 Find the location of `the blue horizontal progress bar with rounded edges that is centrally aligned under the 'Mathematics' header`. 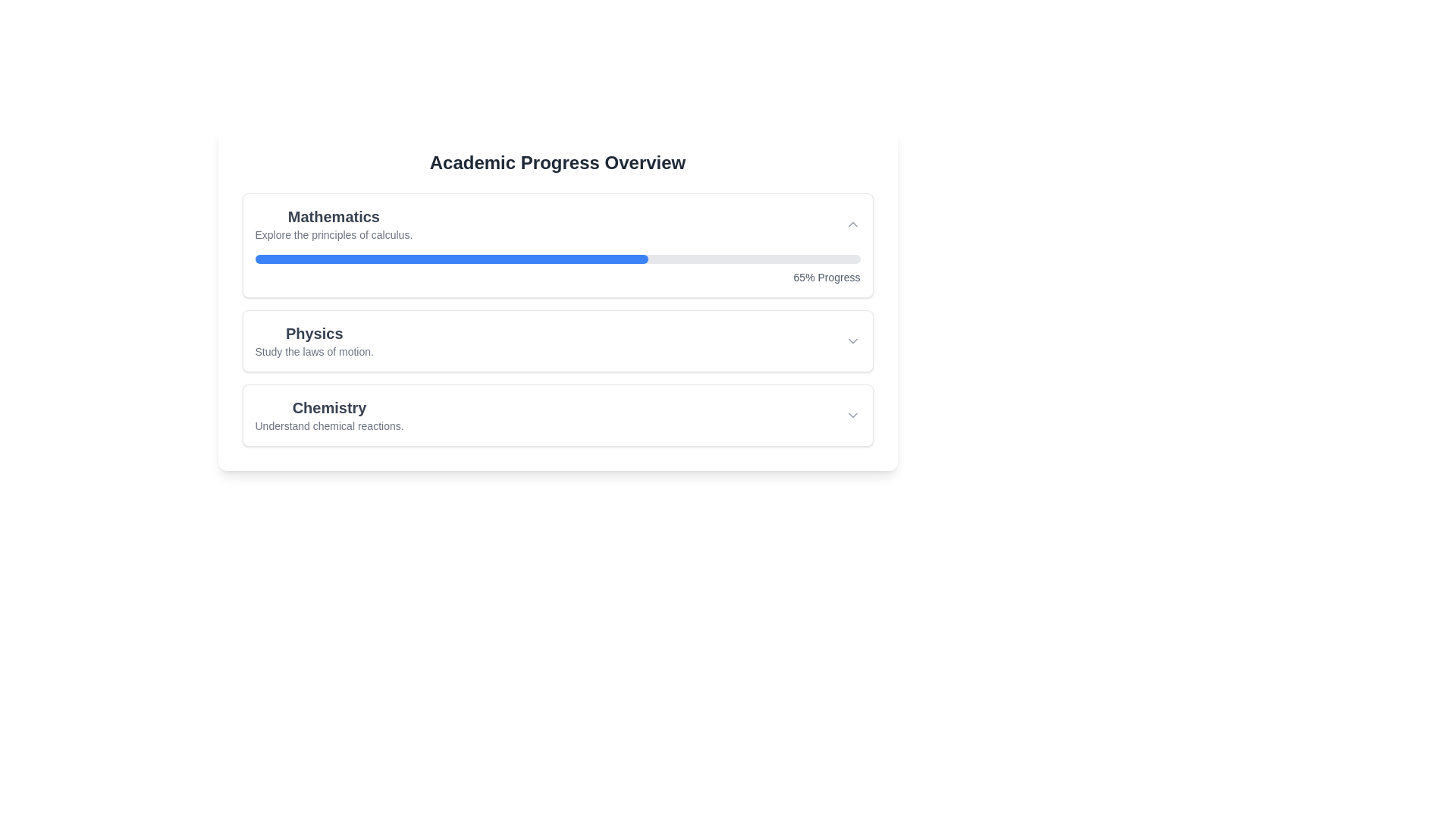

the blue horizontal progress bar with rounded edges that is centrally aligned under the 'Mathematics' header is located at coordinates (450, 259).